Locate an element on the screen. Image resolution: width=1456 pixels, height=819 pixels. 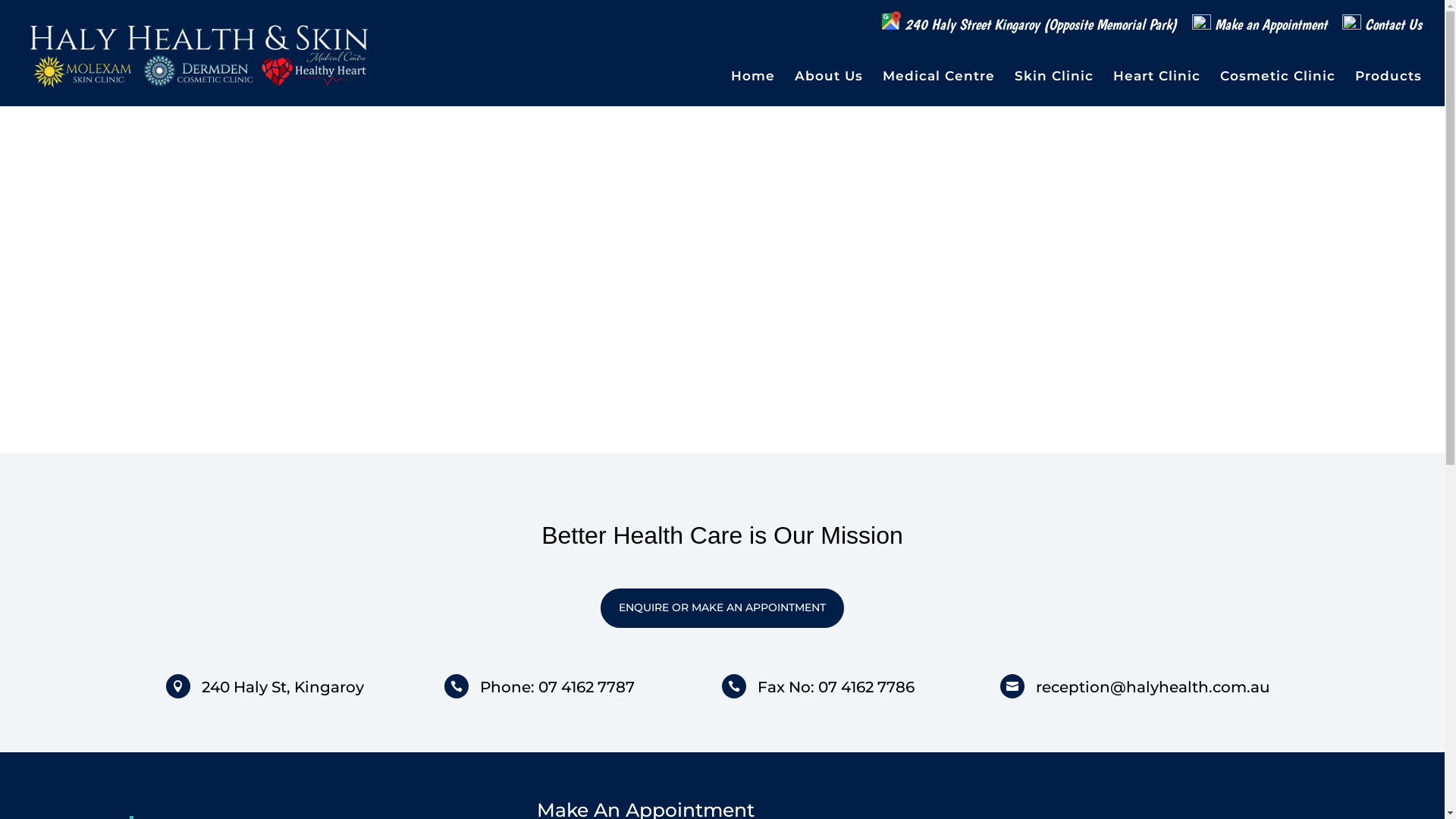
'Skin Clinic' is located at coordinates (1053, 88).